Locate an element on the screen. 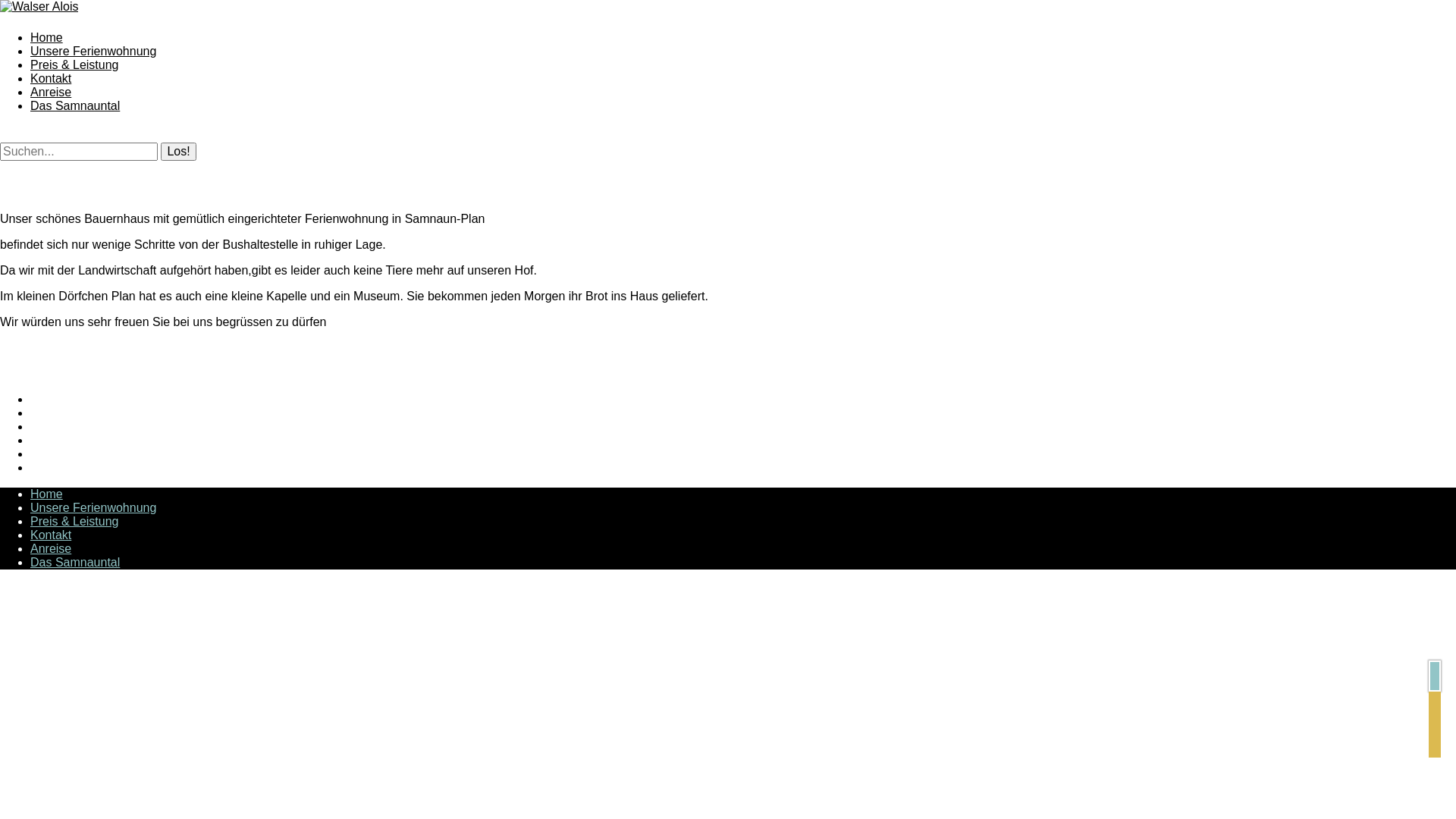 The image size is (1456, 819). 'Das Samnauntal' is located at coordinates (30, 105).